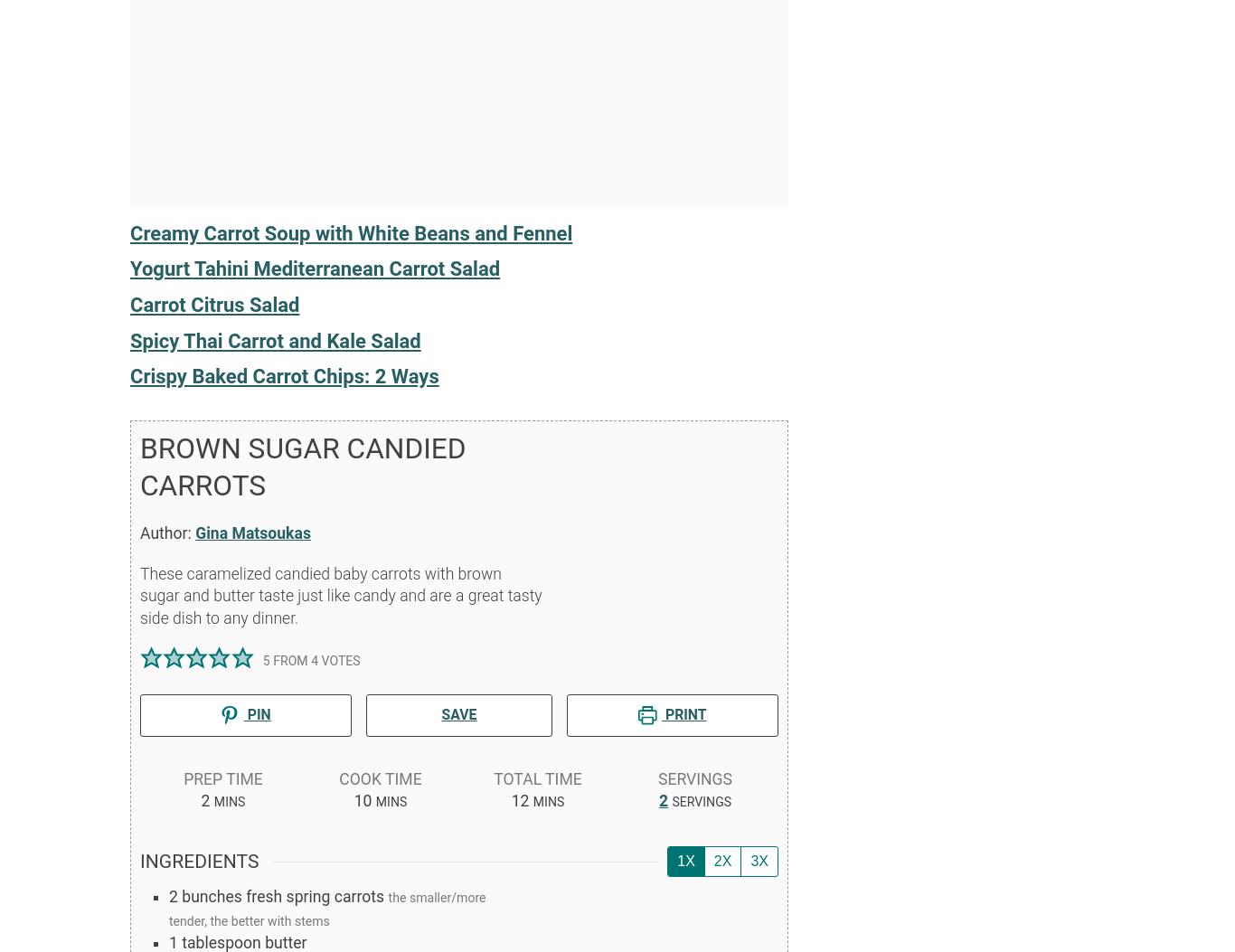 This screenshot has height=952, width=1235. What do you see at coordinates (350, 231) in the screenshot?
I see `'Creamy Carrot Soup with White Beans and Fennel'` at bounding box center [350, 231].